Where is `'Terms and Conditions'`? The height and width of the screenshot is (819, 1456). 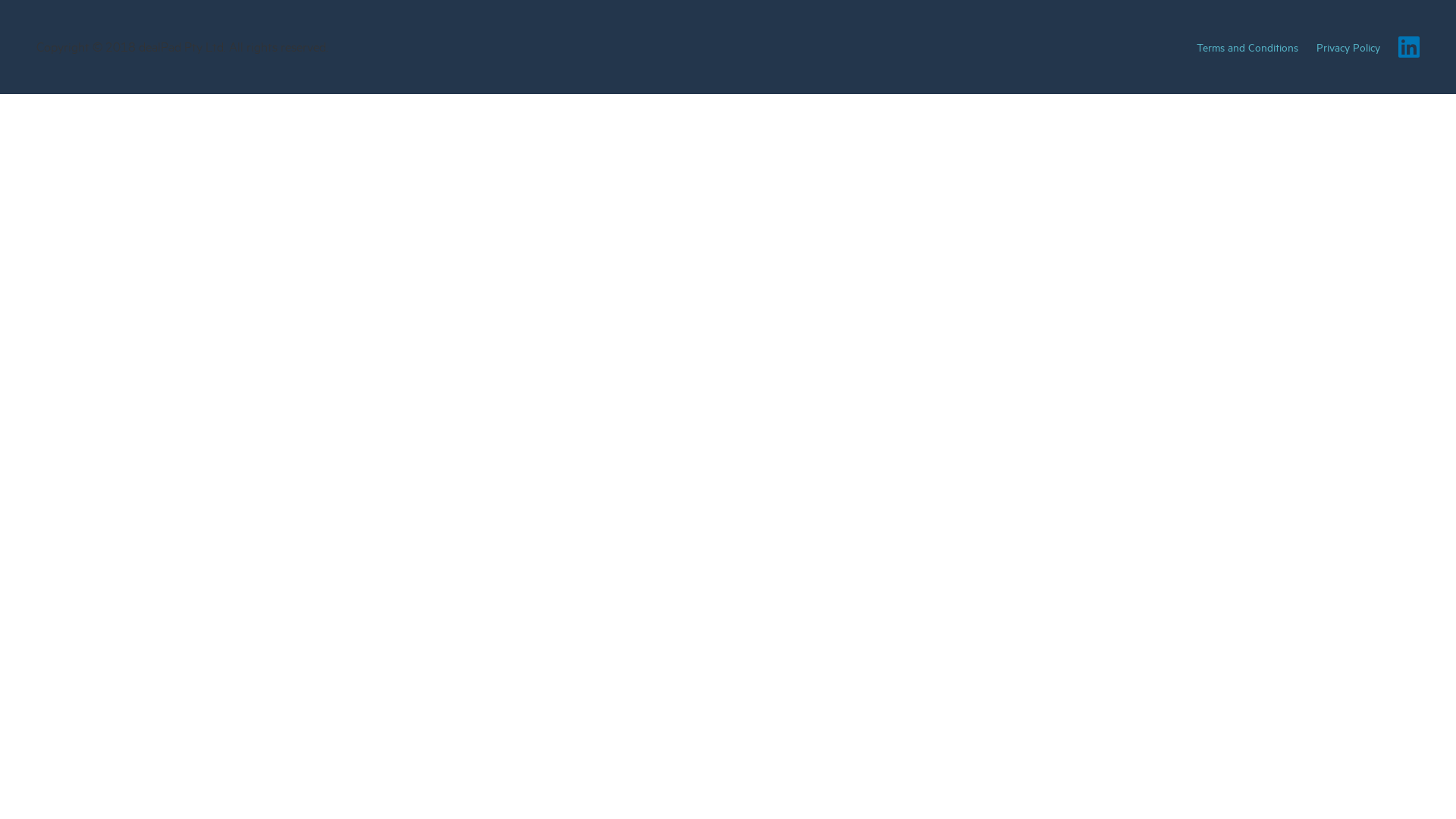
'Terms and Conditions' is located at coordinates (1247, 45).